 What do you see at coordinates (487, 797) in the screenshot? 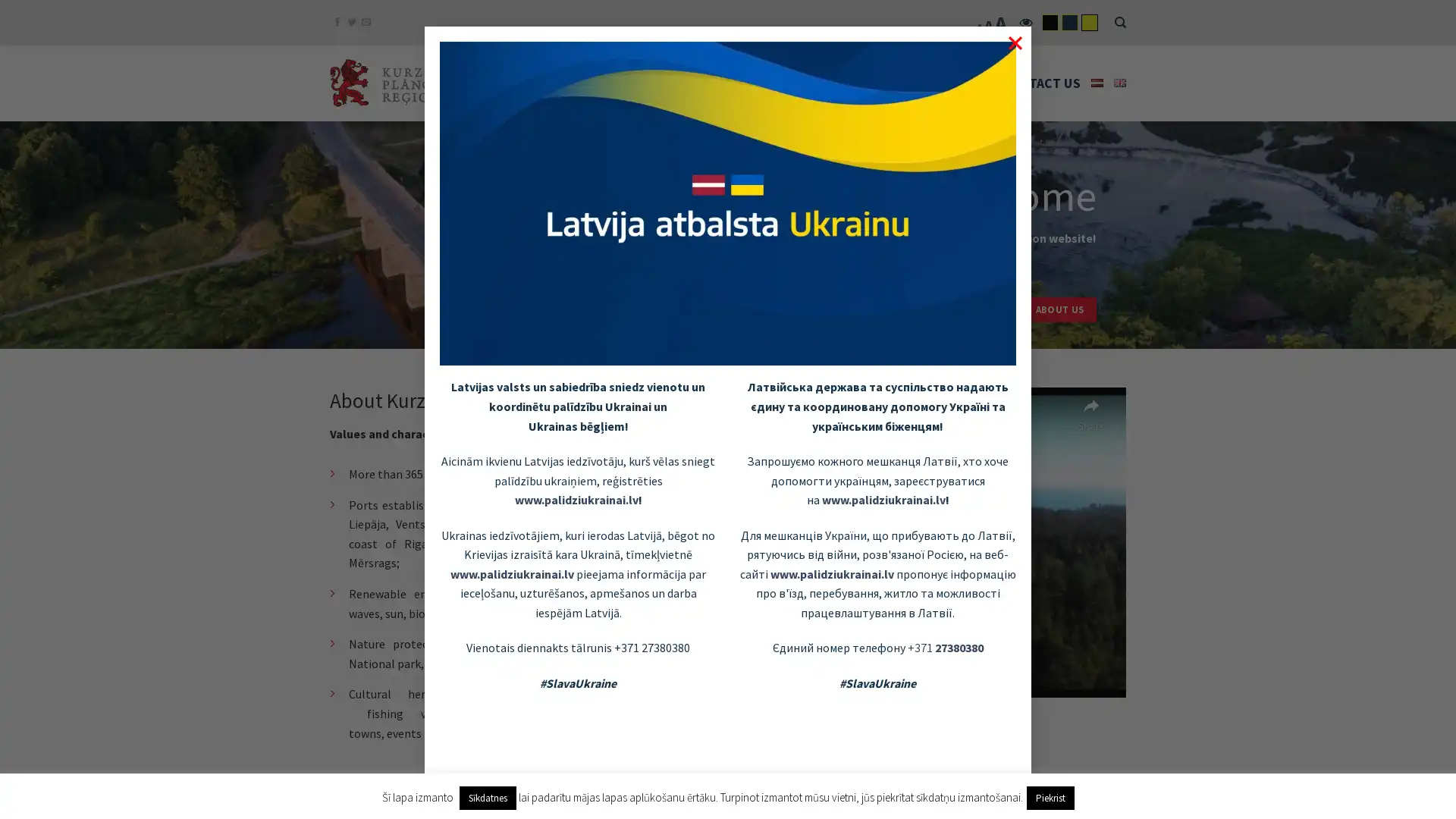
I see `Sikdatnes` at bounding box center [487, 797].